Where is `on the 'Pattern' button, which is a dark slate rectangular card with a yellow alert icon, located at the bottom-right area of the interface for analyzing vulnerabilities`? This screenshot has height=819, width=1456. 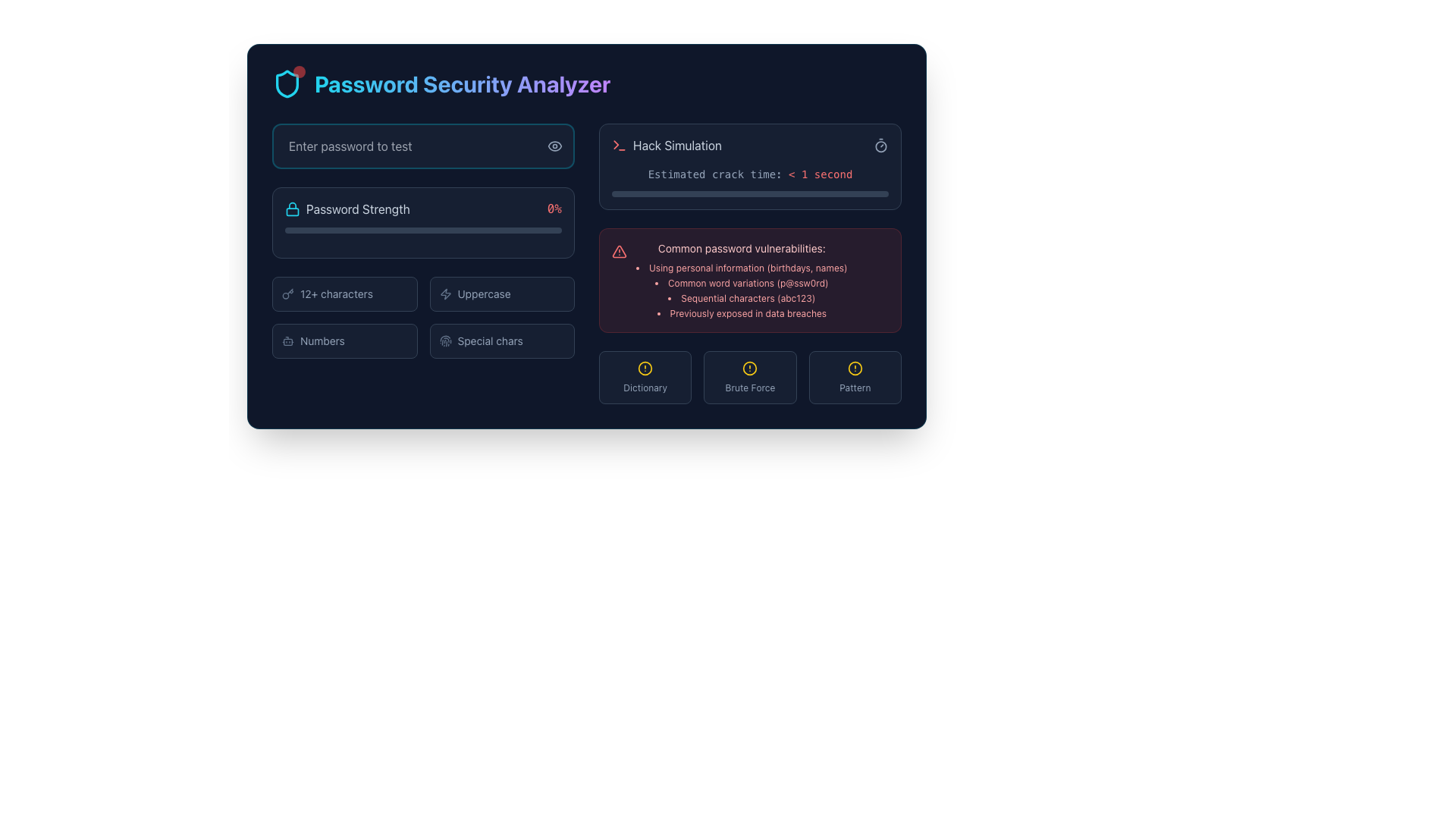 on the 'Pattern' button, which is a dark slate rectangular card with a yellow alert icon, located at the bottom-right area of the interface for analyzing vulnerabilities is located at coordinates (855, 376).